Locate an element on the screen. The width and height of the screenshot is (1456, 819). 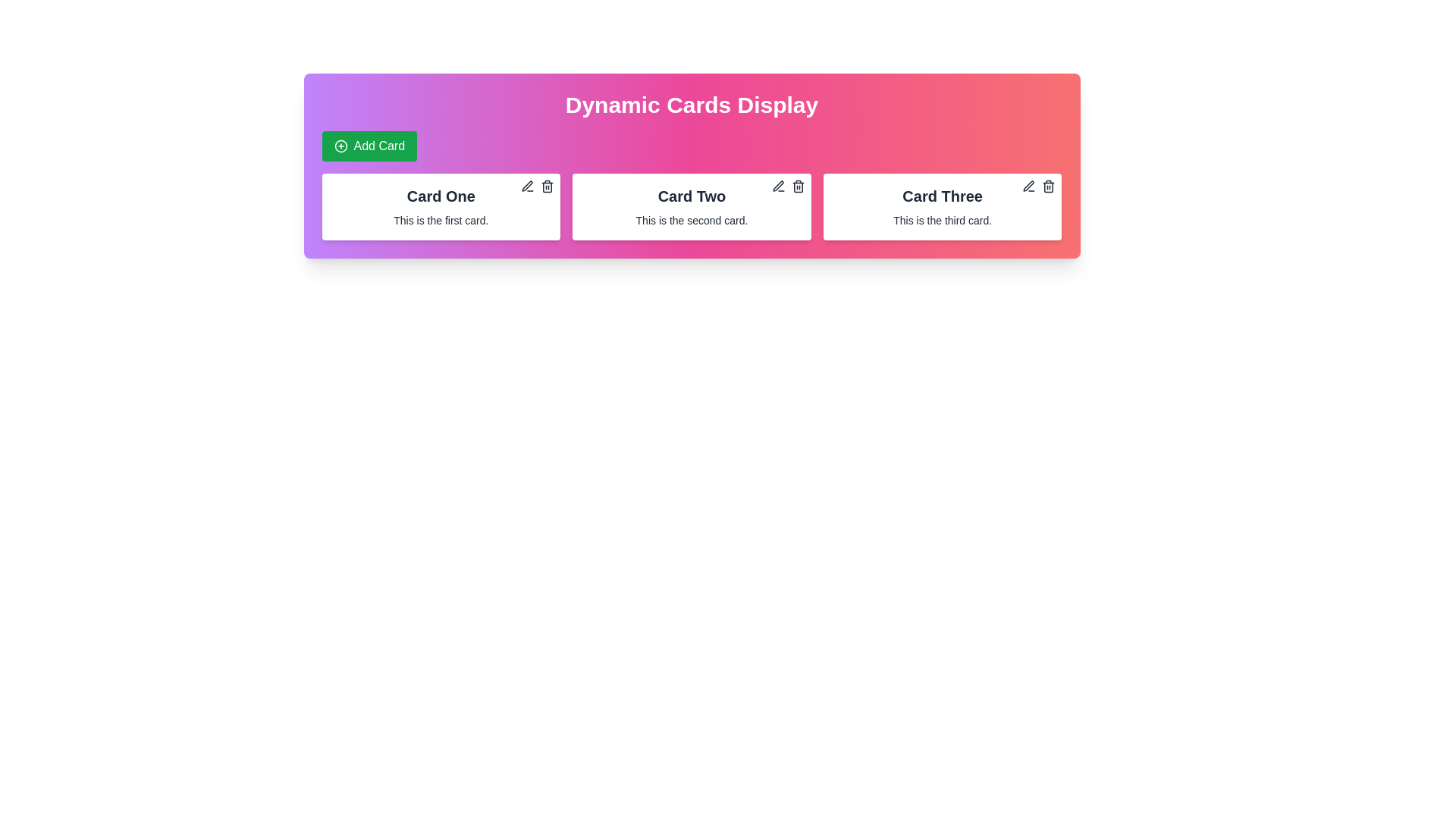
the edit button/icon located at the top-right of 'Card Two' to observe the color change effect is located at coordinates (778, 186).